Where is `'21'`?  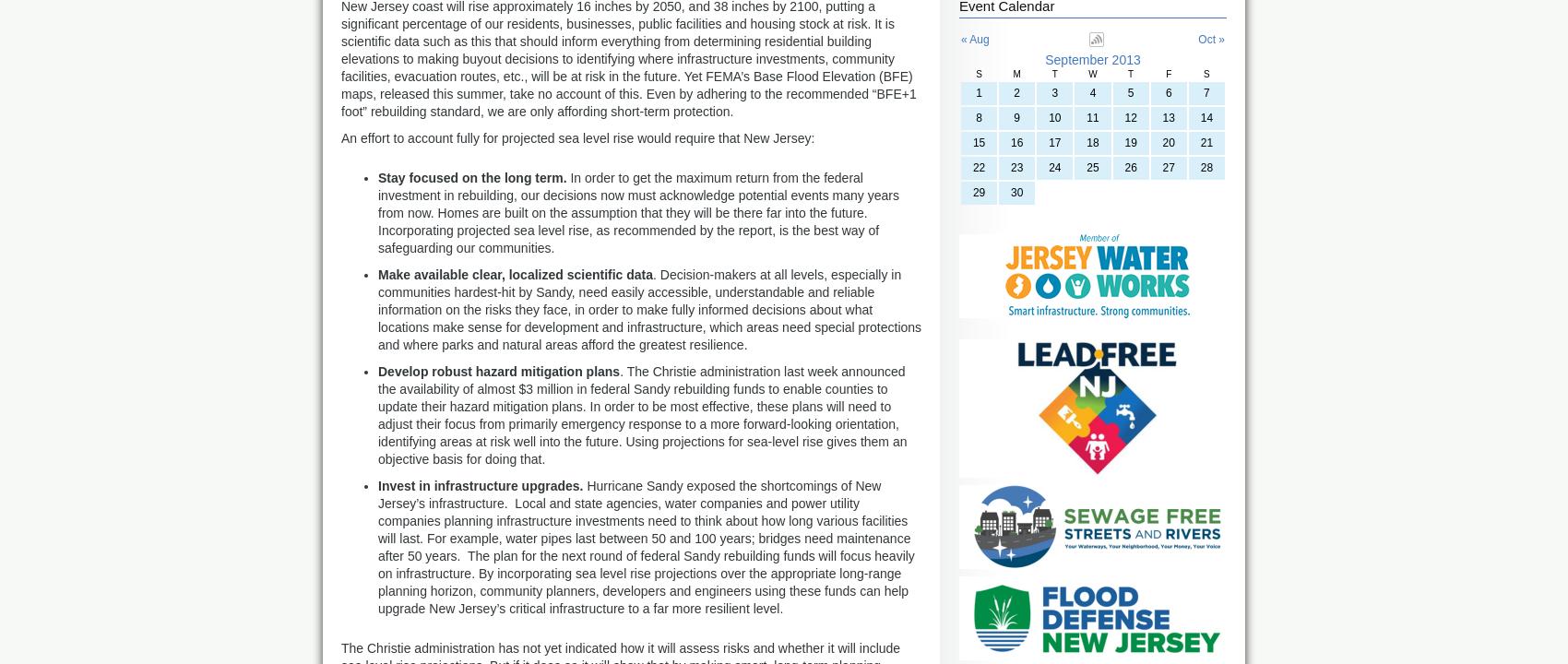
'21' is located at coordinates (1200, 142).